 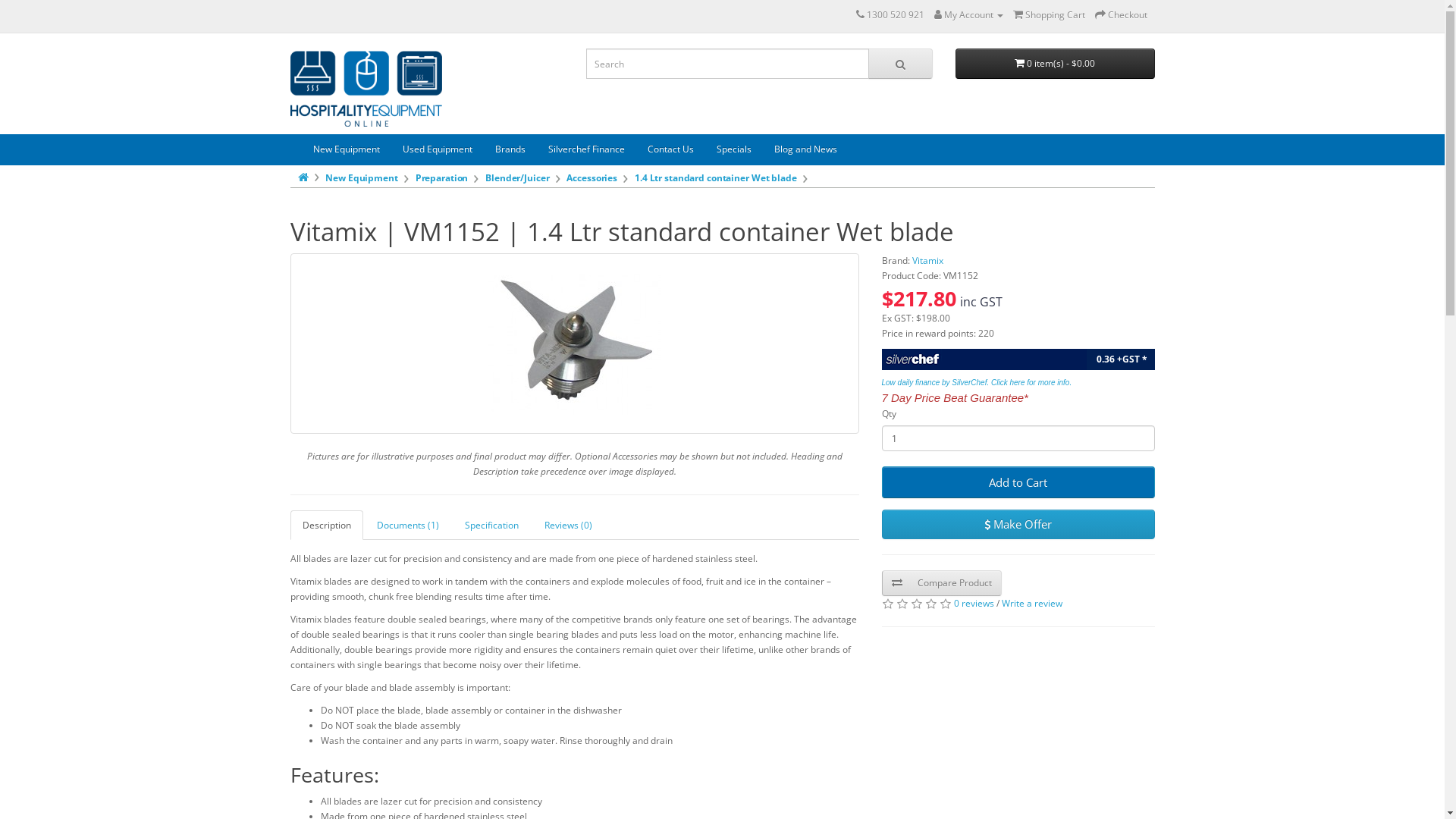 I want to click on '7 Day Price Beat Guarantee*', so click(x=953, y=397).